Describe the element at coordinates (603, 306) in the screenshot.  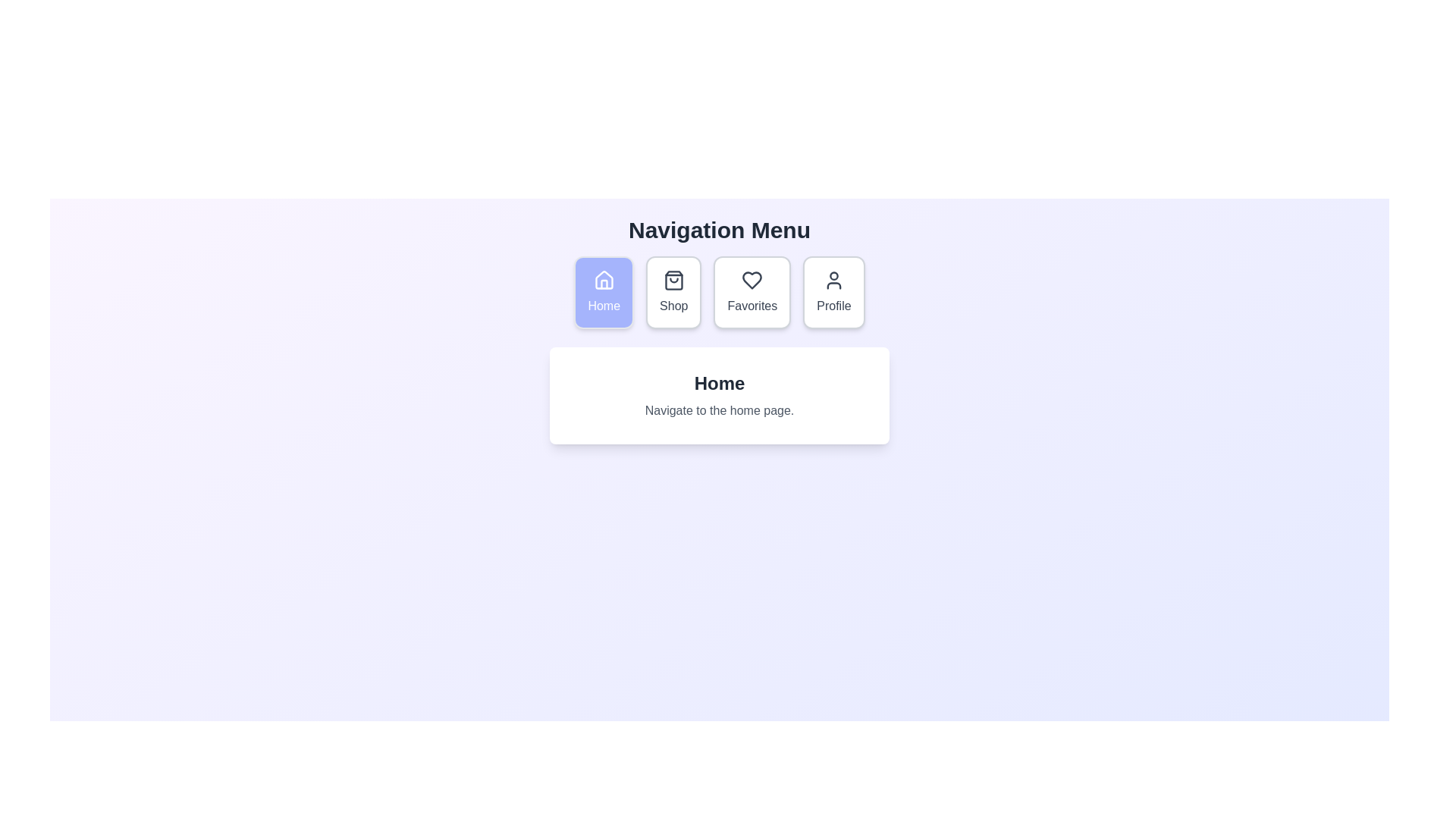
I see `text label displaying 'Home' located at the bottom-center of the navigation button with a house icon above it` at that location.